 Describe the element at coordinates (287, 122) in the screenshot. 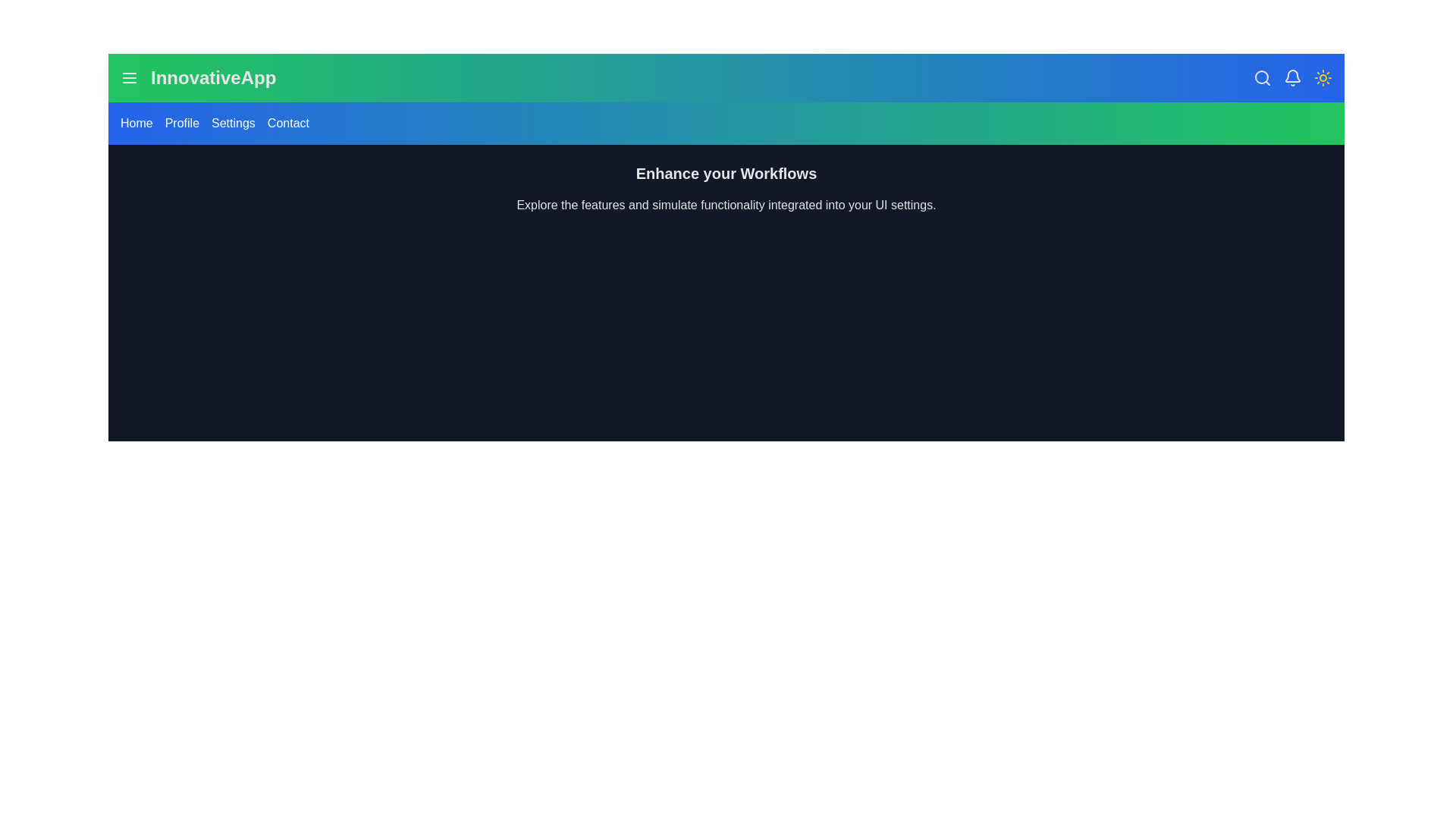

I see `the Contact menu link to navigate to the respective section` at that location.